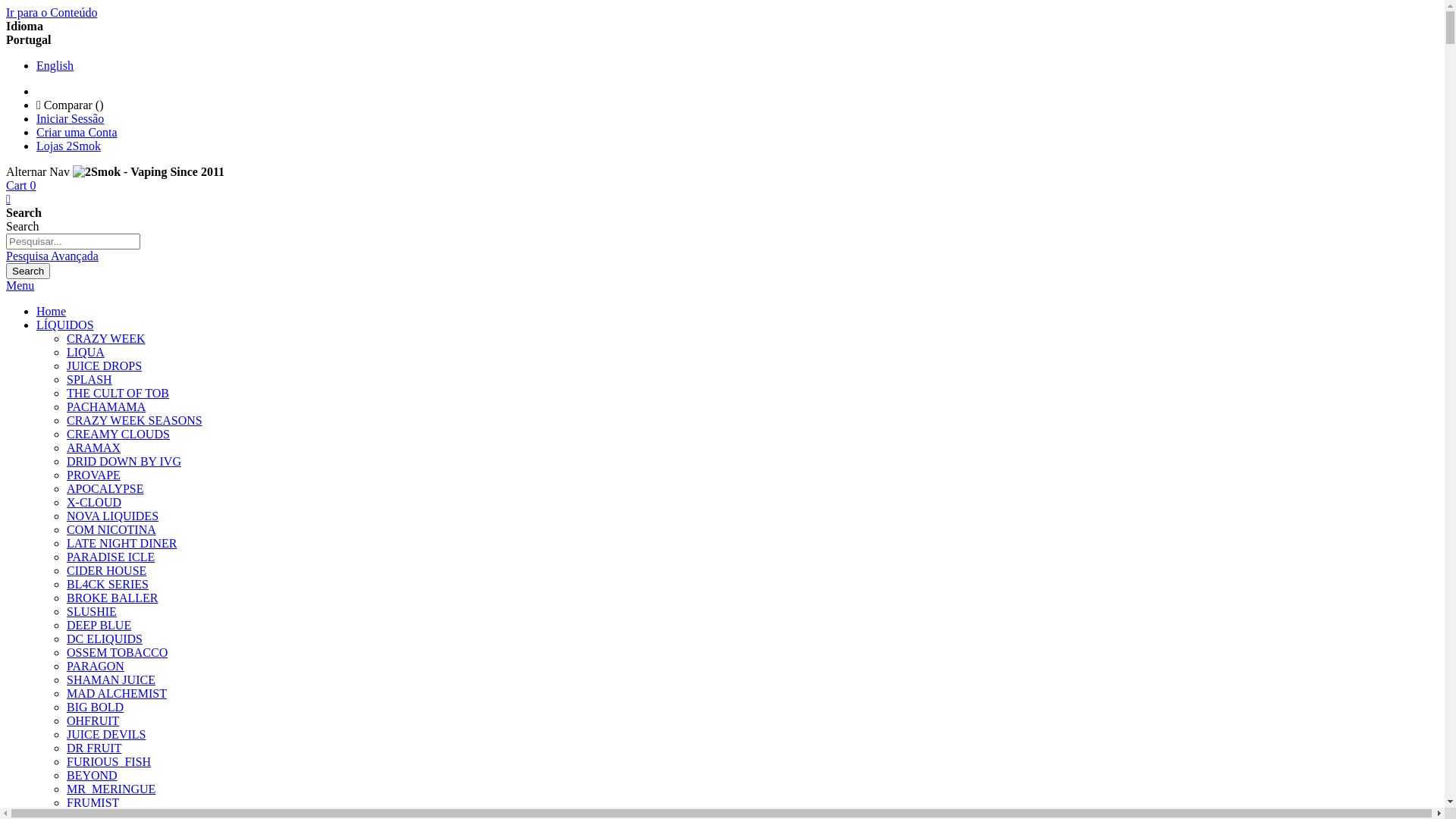  I want to click on 'LATE NIGHT DINER', so click(121, 542).